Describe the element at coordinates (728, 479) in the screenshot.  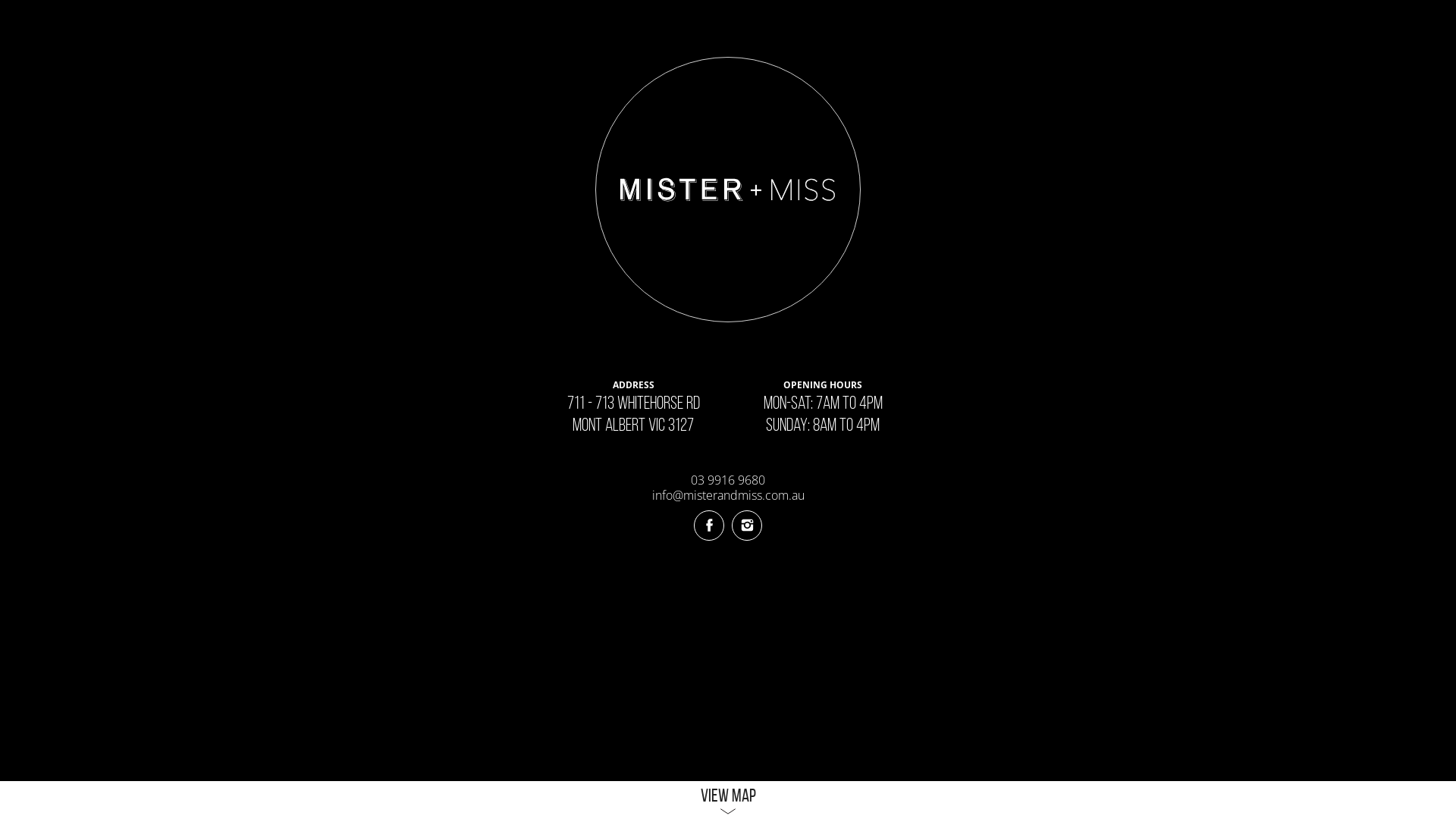
I see `'03 9916 9680'` at that location.